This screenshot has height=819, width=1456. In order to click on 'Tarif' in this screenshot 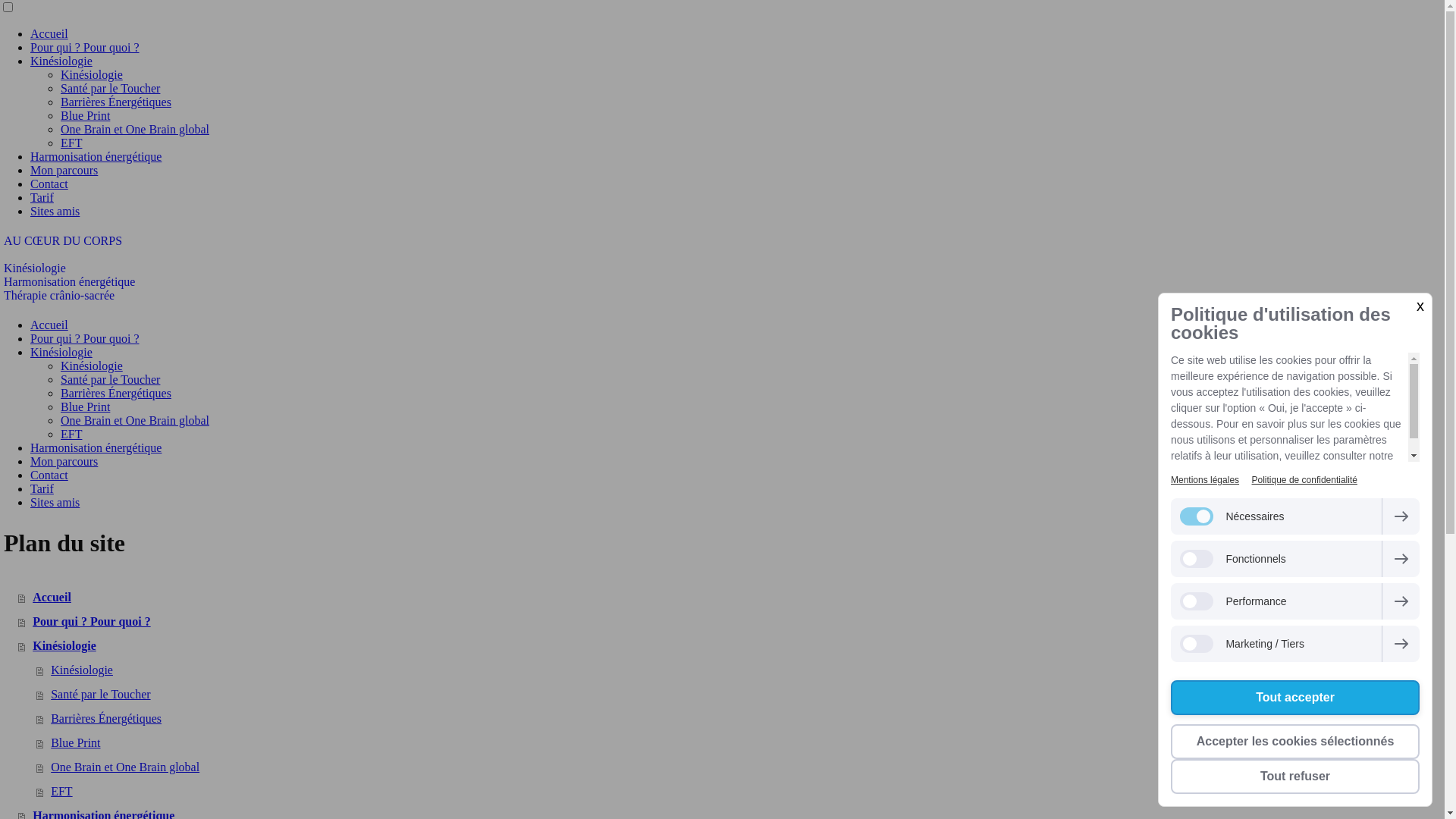, I will do `click(30, 196)`.